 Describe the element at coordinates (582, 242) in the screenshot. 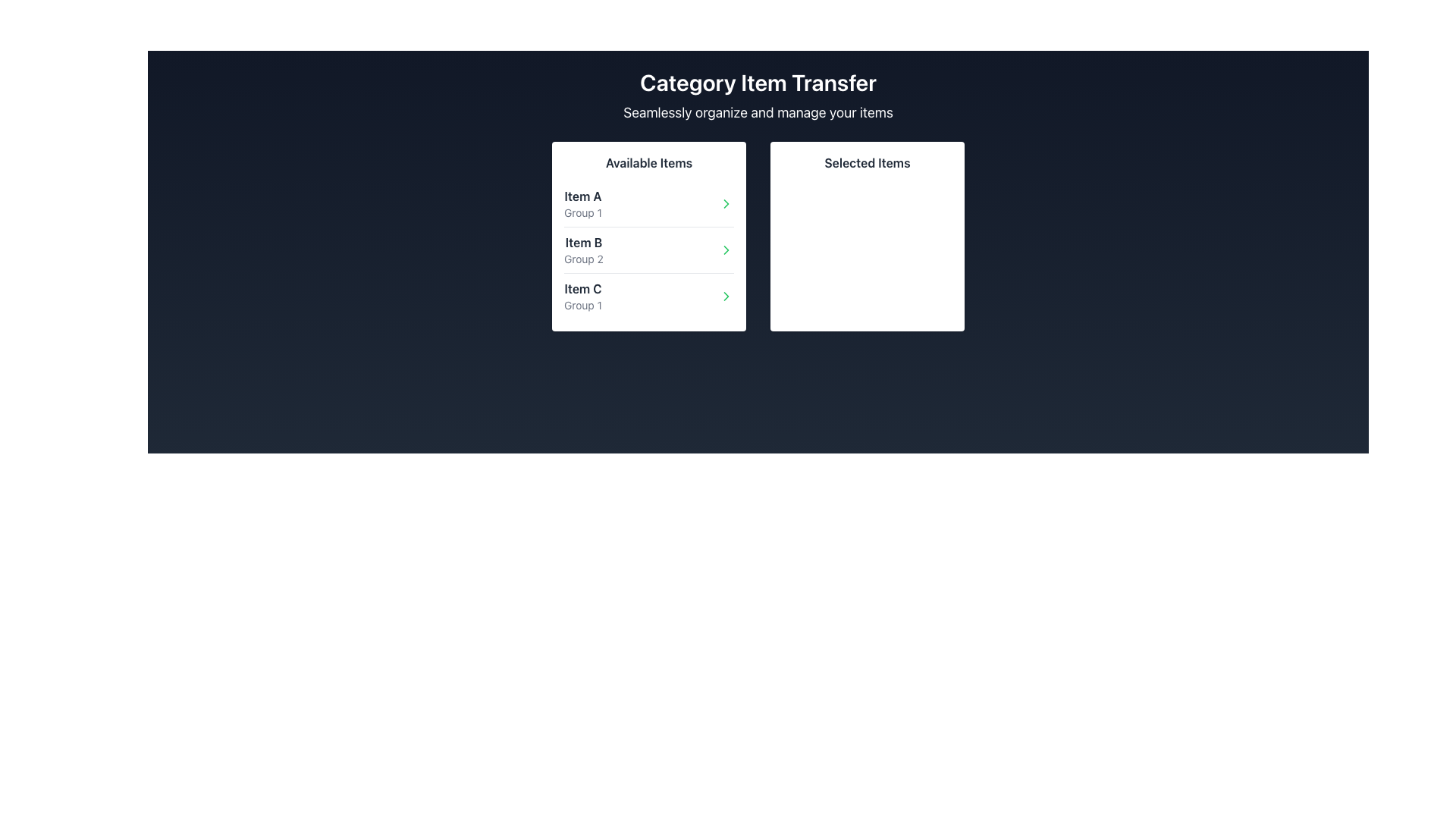

I see `text content of the label identified as 'Item B' in the left panel under 'Available Items', which is the second item in the list` at that location.